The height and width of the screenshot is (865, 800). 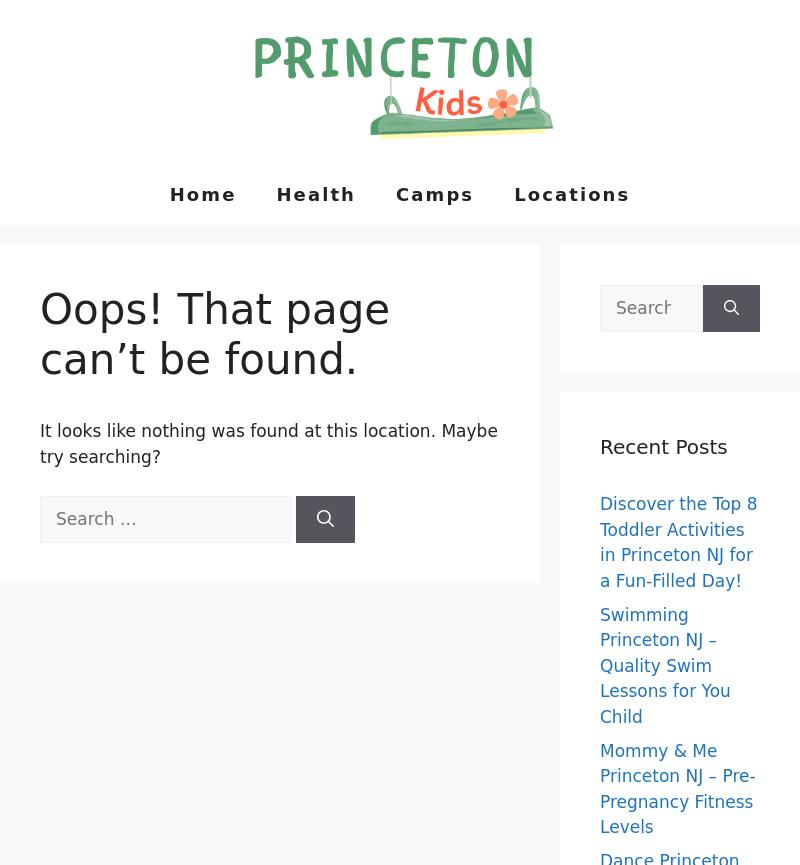 I want to click on 'Swimming Princeton NJ – Quality Swim Lessons for You Child', so click(x=664, y=665).